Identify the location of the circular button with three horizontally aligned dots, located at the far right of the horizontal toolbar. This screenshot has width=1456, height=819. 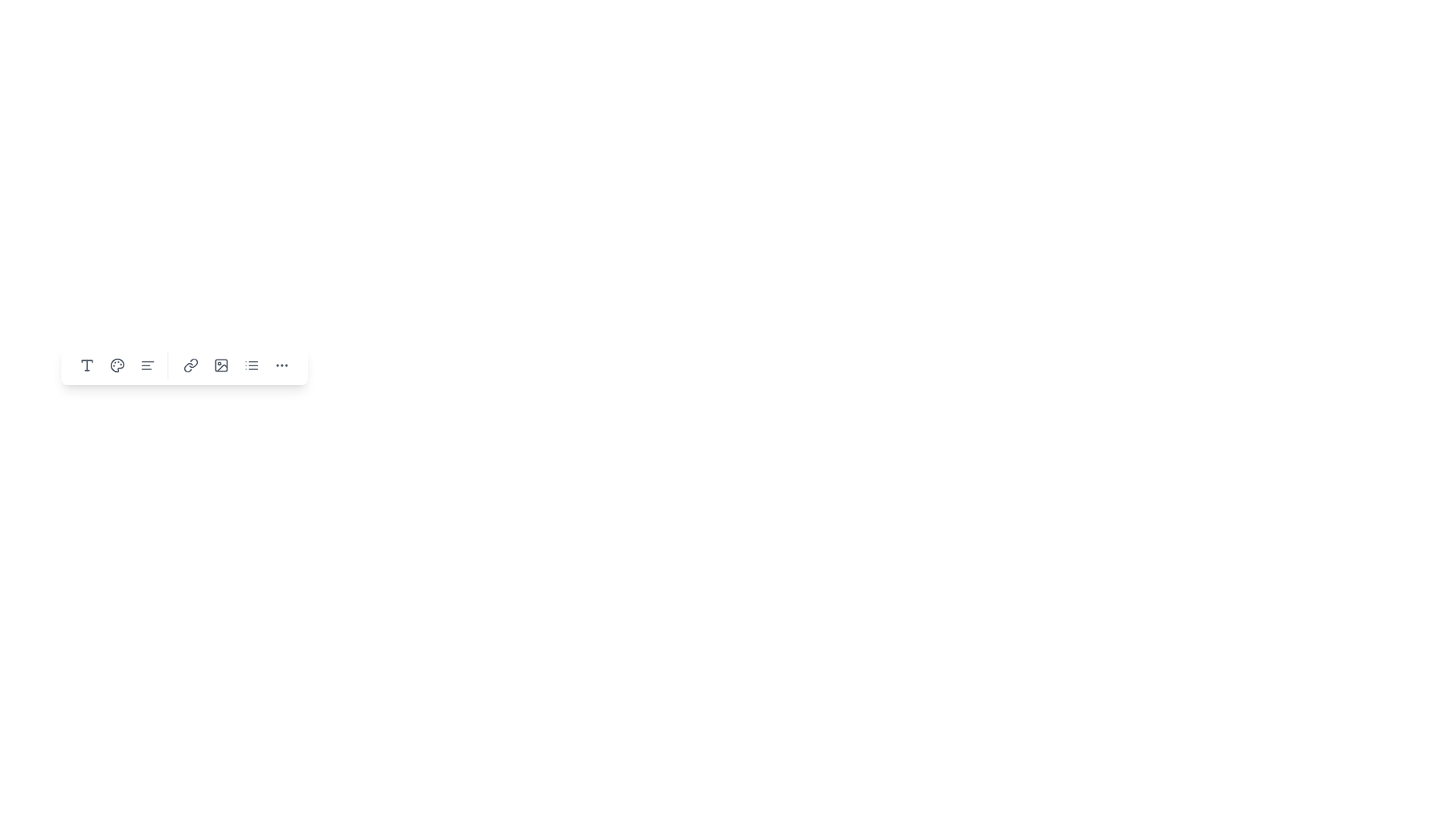
(282, 366).